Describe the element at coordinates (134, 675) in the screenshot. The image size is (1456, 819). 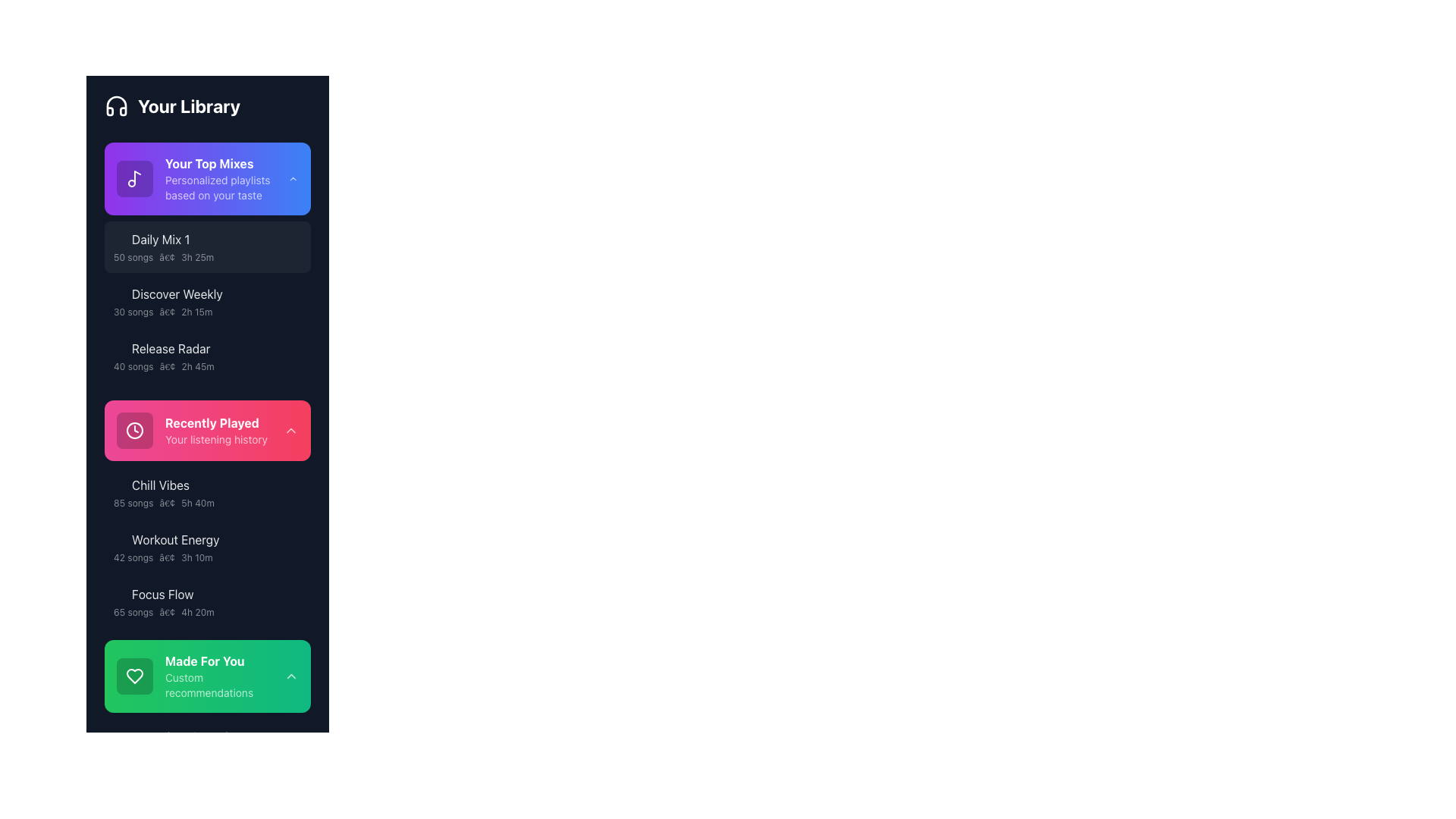
I see `assistive technology` at that location.